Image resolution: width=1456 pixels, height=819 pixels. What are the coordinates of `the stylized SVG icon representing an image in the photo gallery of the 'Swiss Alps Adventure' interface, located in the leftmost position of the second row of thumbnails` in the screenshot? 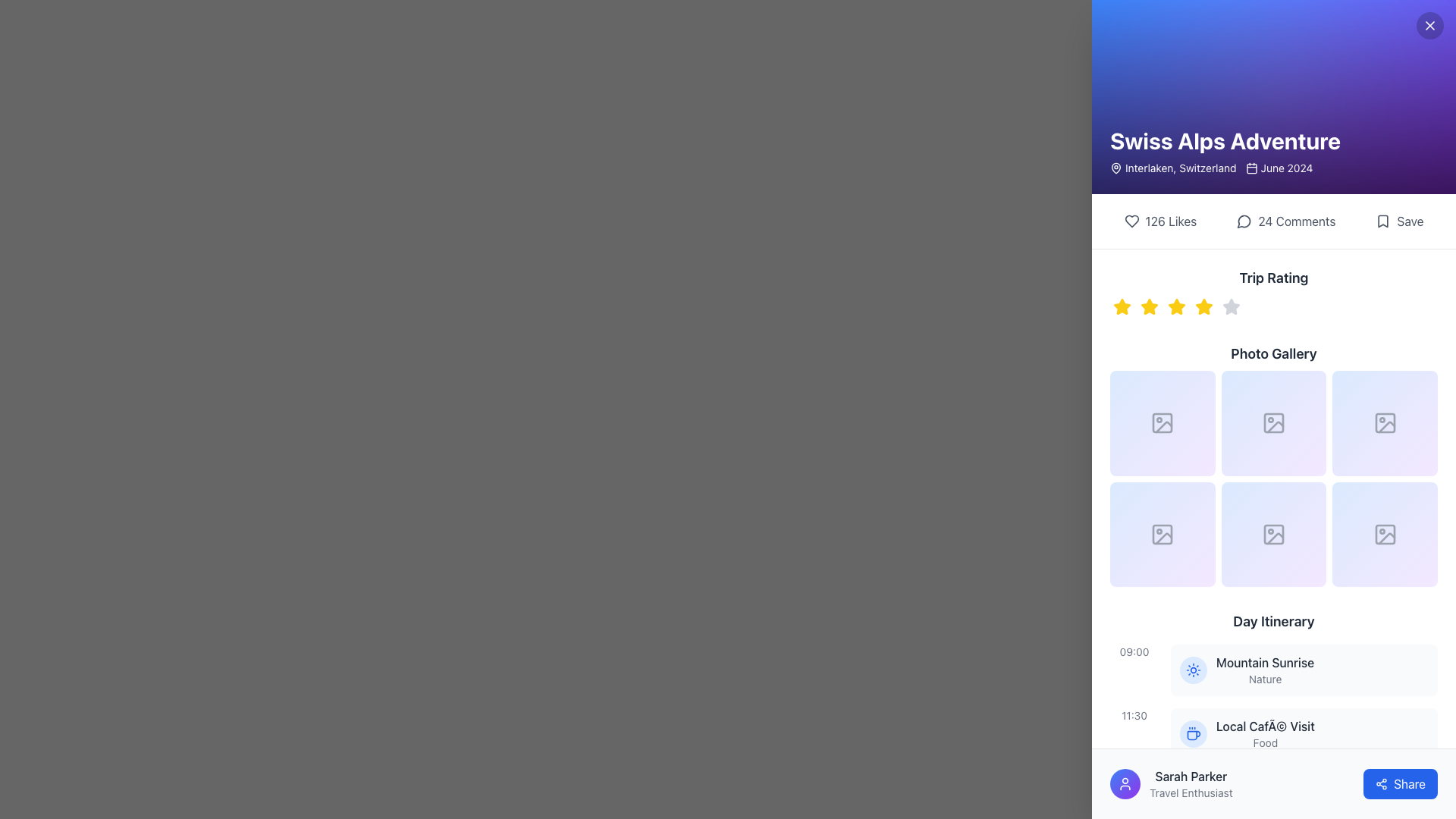 It's located at (1163, 538).